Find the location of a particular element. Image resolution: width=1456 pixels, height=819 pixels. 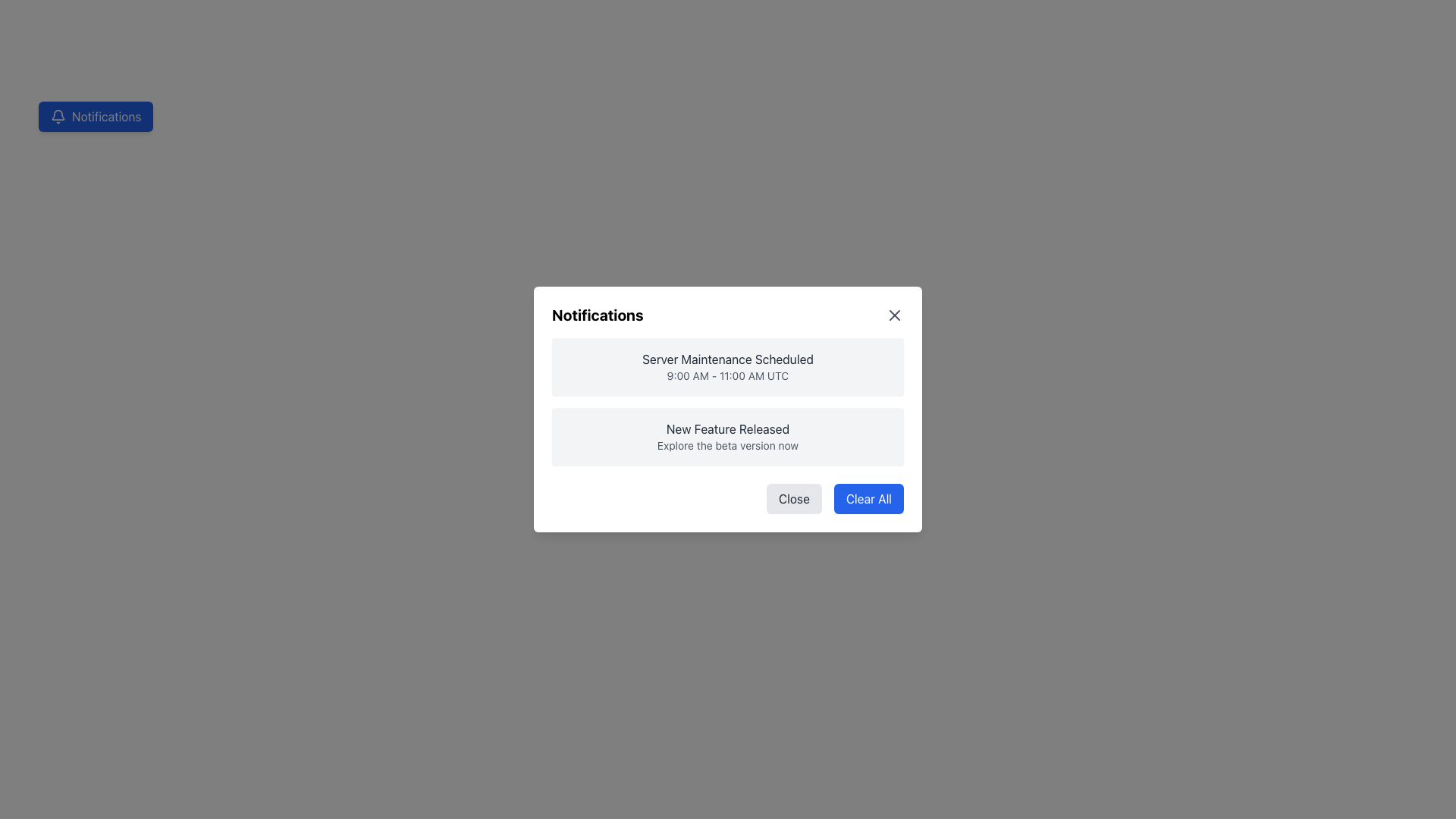

the 'Close' button located at the bottom-right of the modal dialog is located at coordinates (793, 499).